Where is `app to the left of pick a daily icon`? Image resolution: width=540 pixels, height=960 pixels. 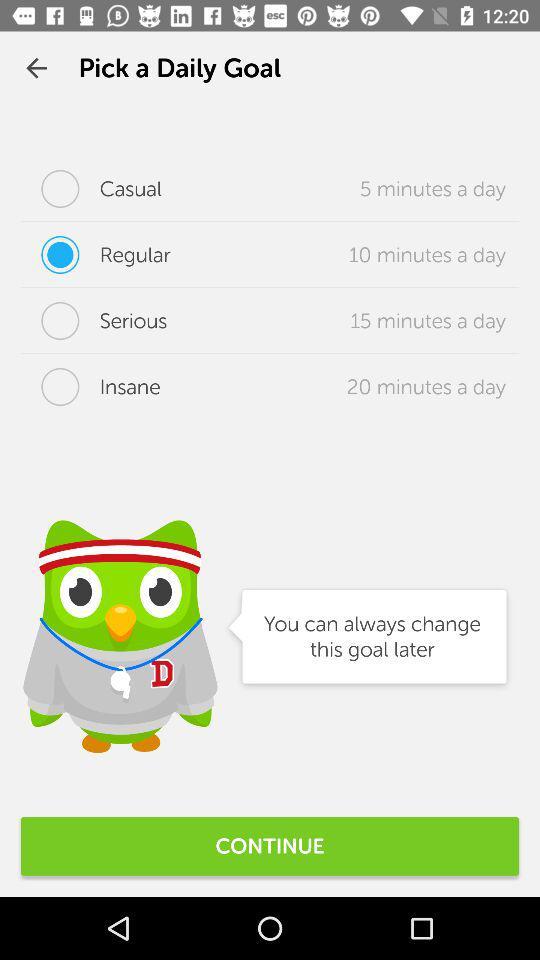
app to the left of pick a daily icon is located at coordinates (36, 68).